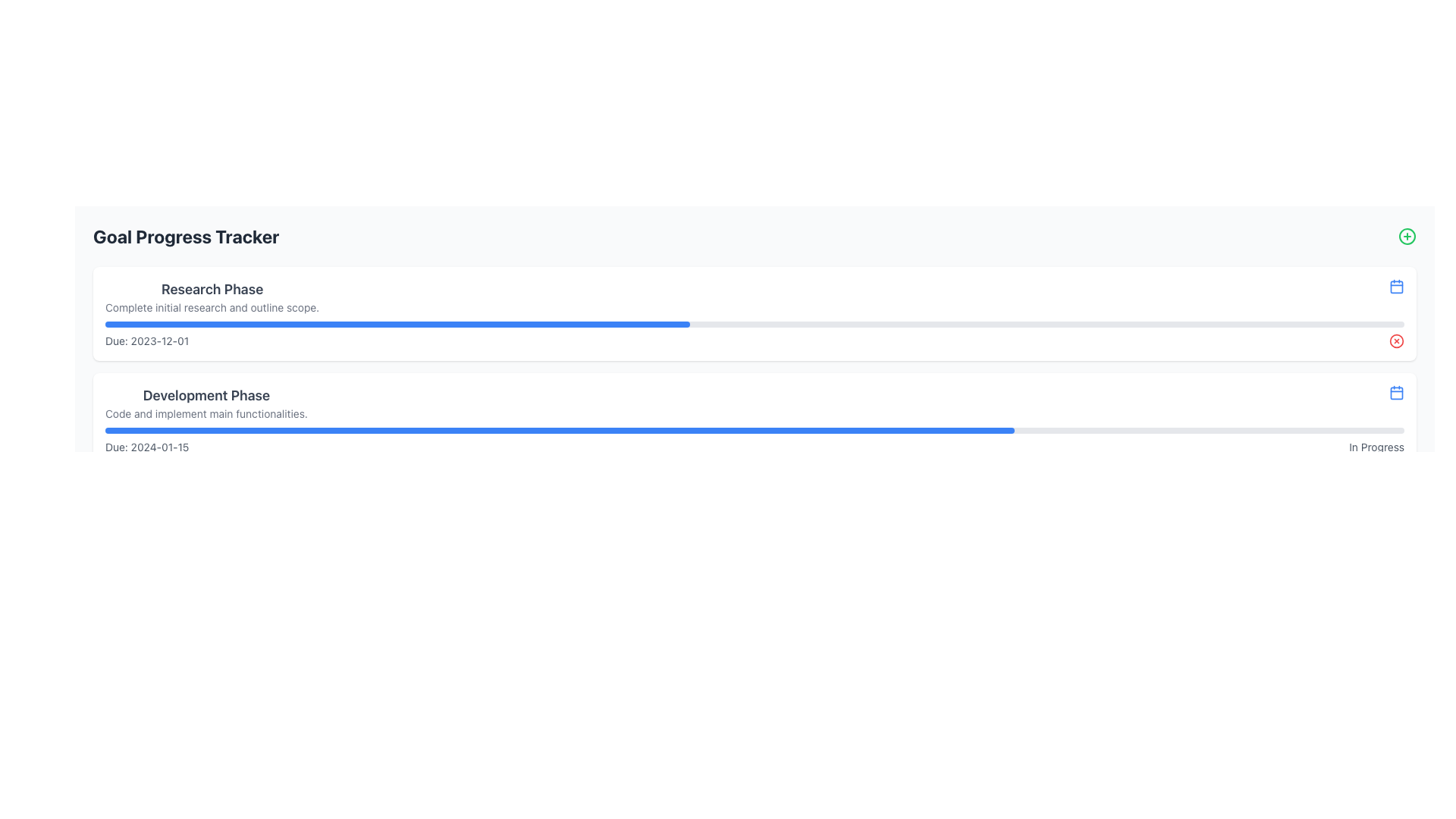  Describe the element at coordinates (559, 430) in the screenshot. I see `the blue progress indicator bar located within the 'Development Phase' section of the 'Goal Progress Tracker', which fills 70% of the light gray track` at that location.